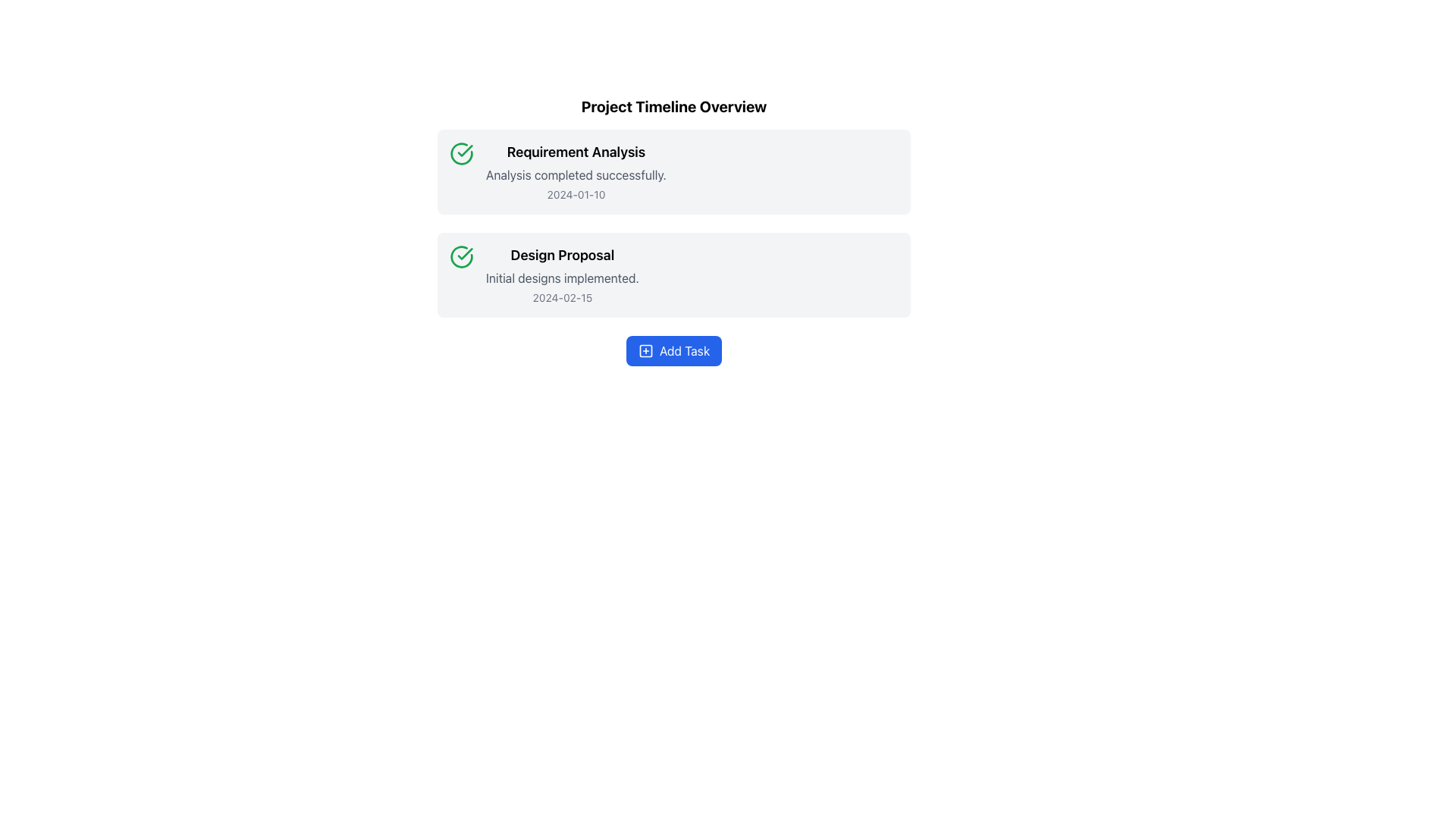 The image size is (1456, 819). What do you see at coordinates (561, 298) in the screenshot?
I see `the date display element showing '2024-02-15', which is located below the phrase 'Initial designs implemented.'` at bounding box center [561, 298].